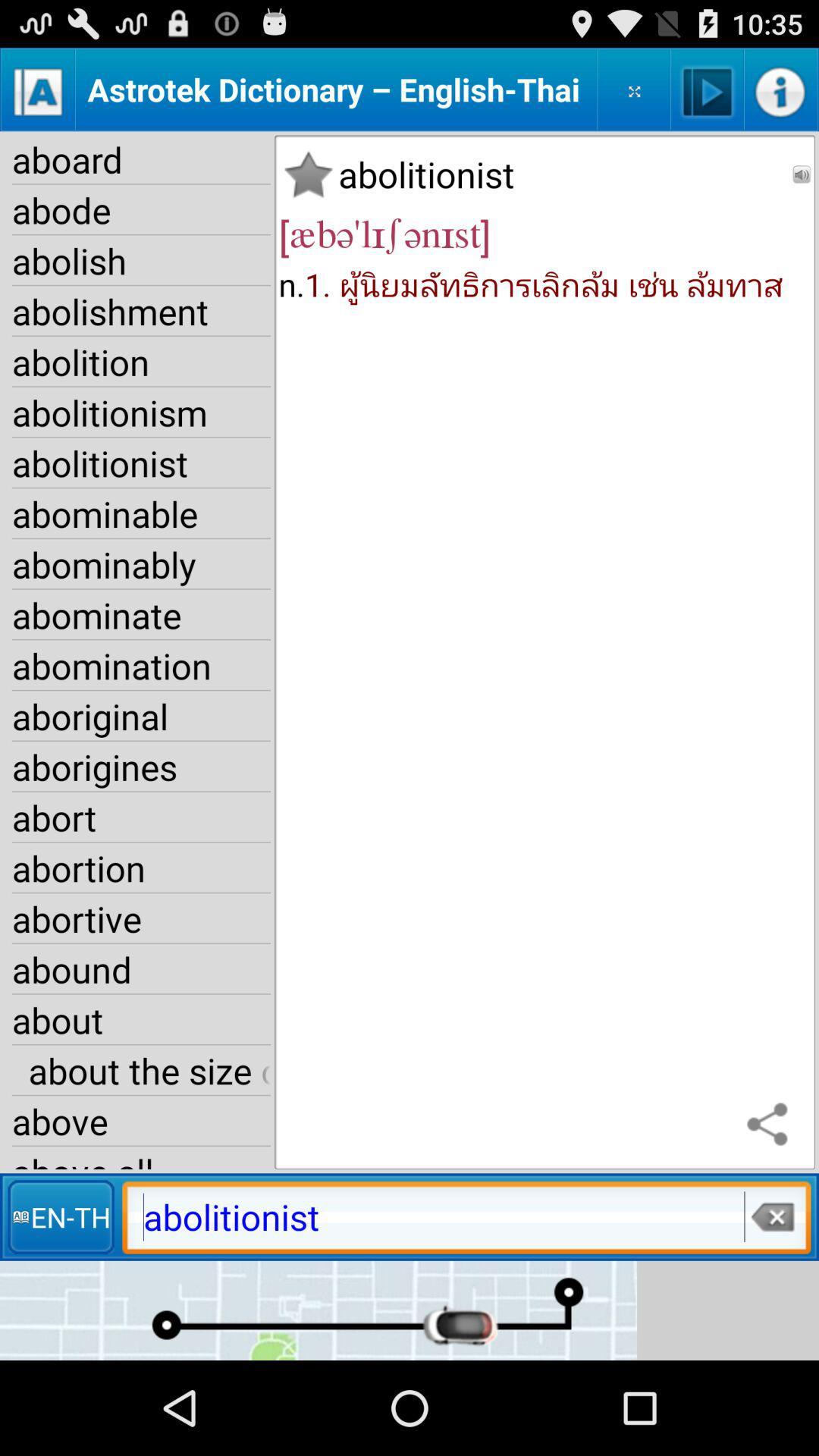 The height and width of the screenshot is (1456, 819). I want to click on share the name, so click(771, 1125).